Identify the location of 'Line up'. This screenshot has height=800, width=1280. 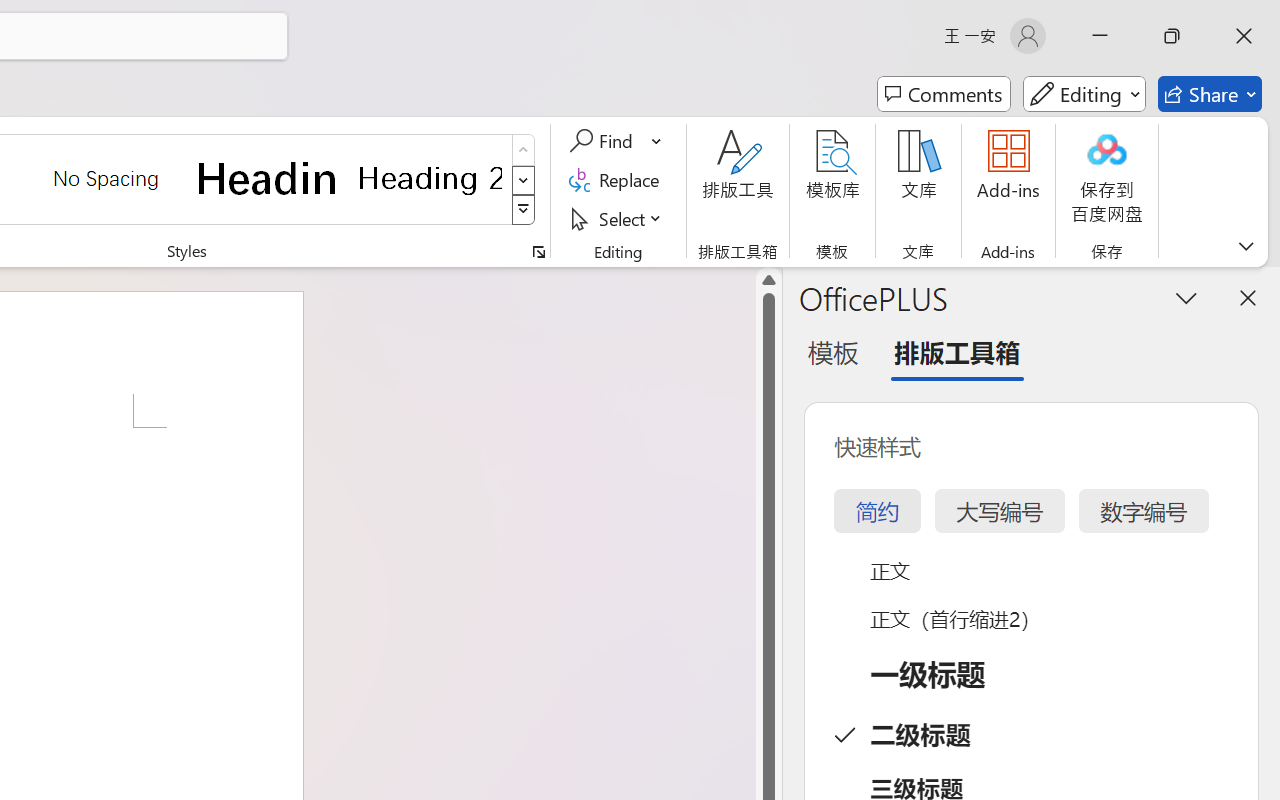
(768, 280).